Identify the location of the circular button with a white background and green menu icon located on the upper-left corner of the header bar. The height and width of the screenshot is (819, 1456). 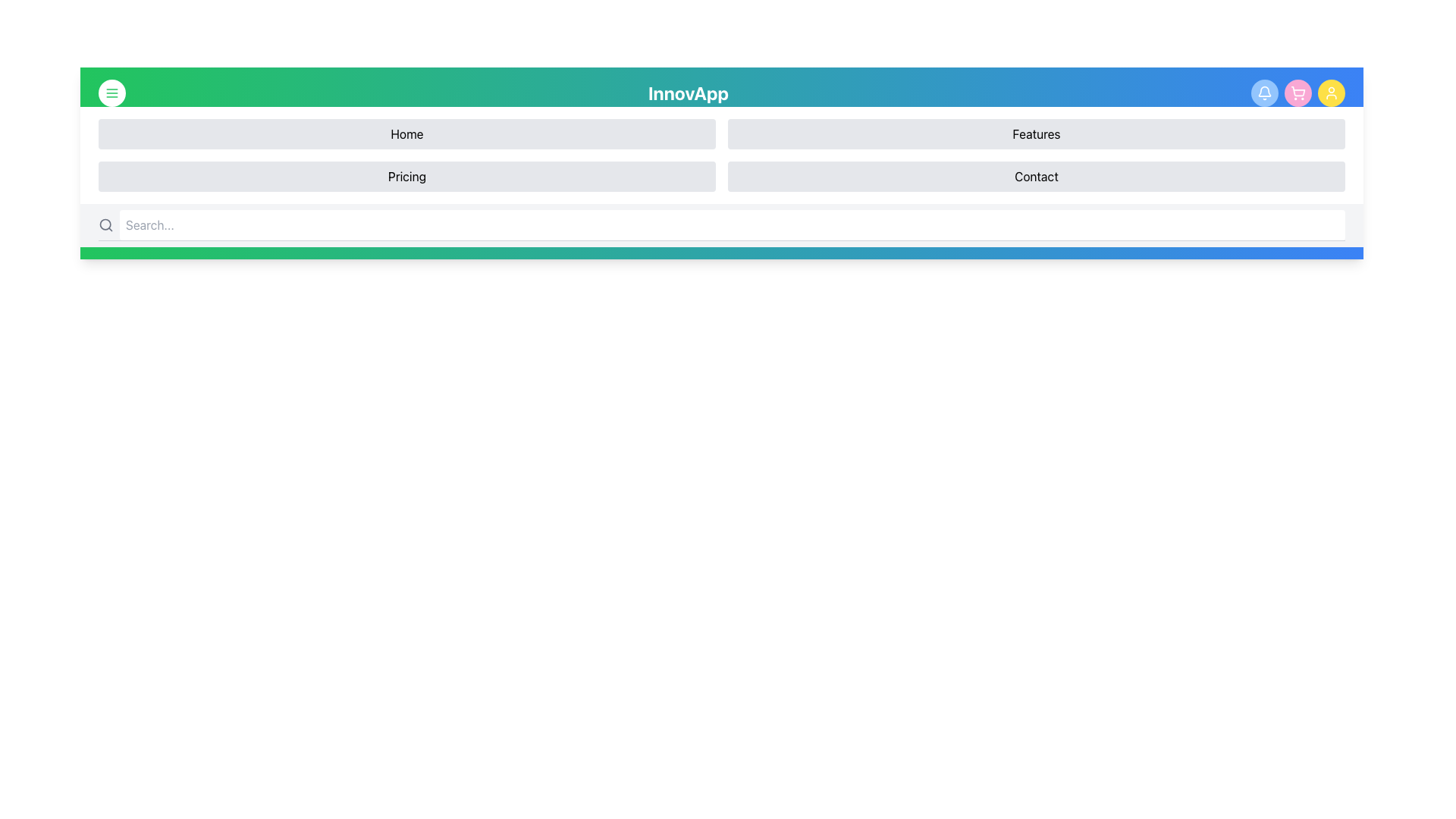
(111, 93).